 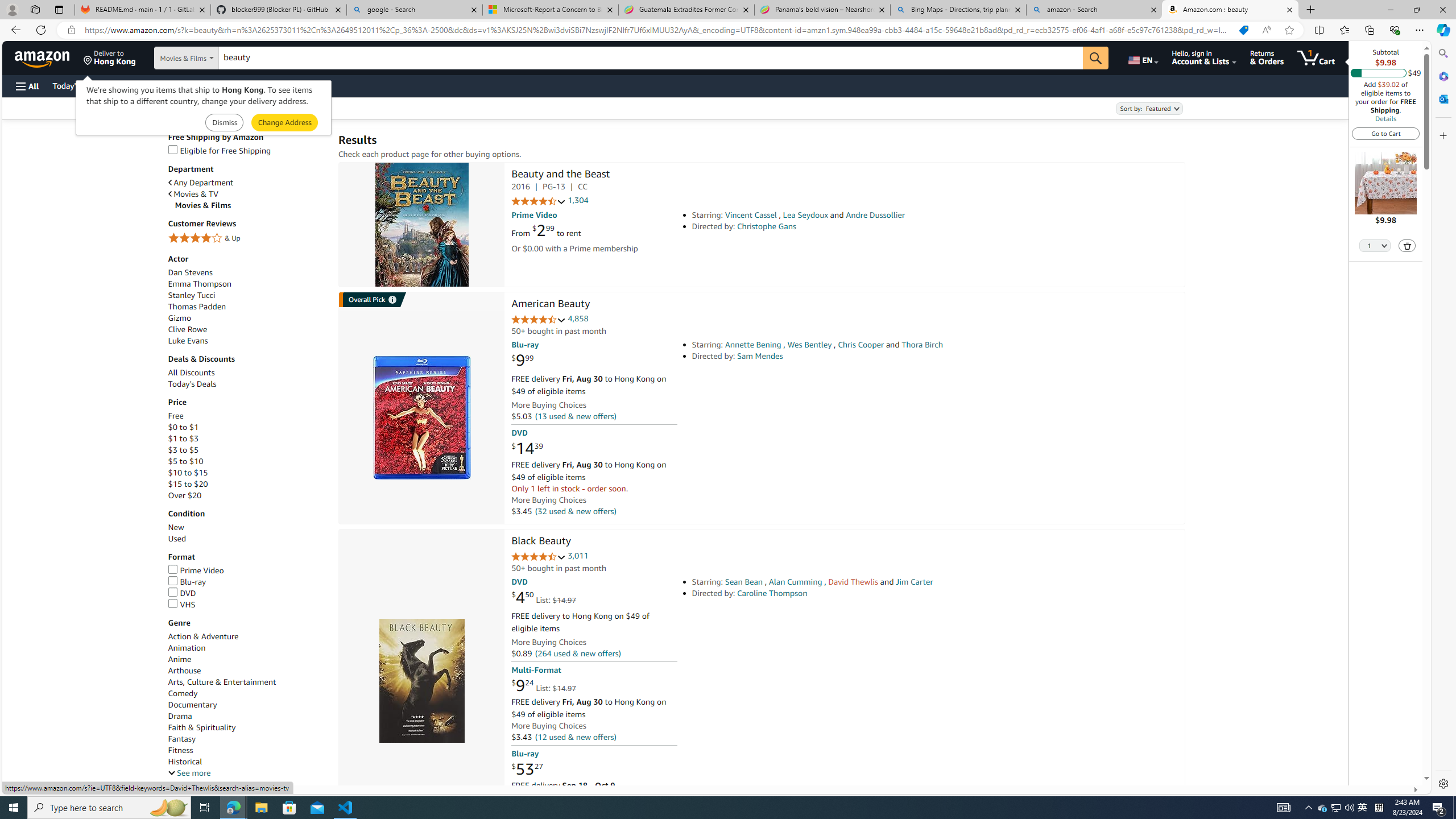 I want to click on 'Go back to filtering menu', so click(x=48, y=780).